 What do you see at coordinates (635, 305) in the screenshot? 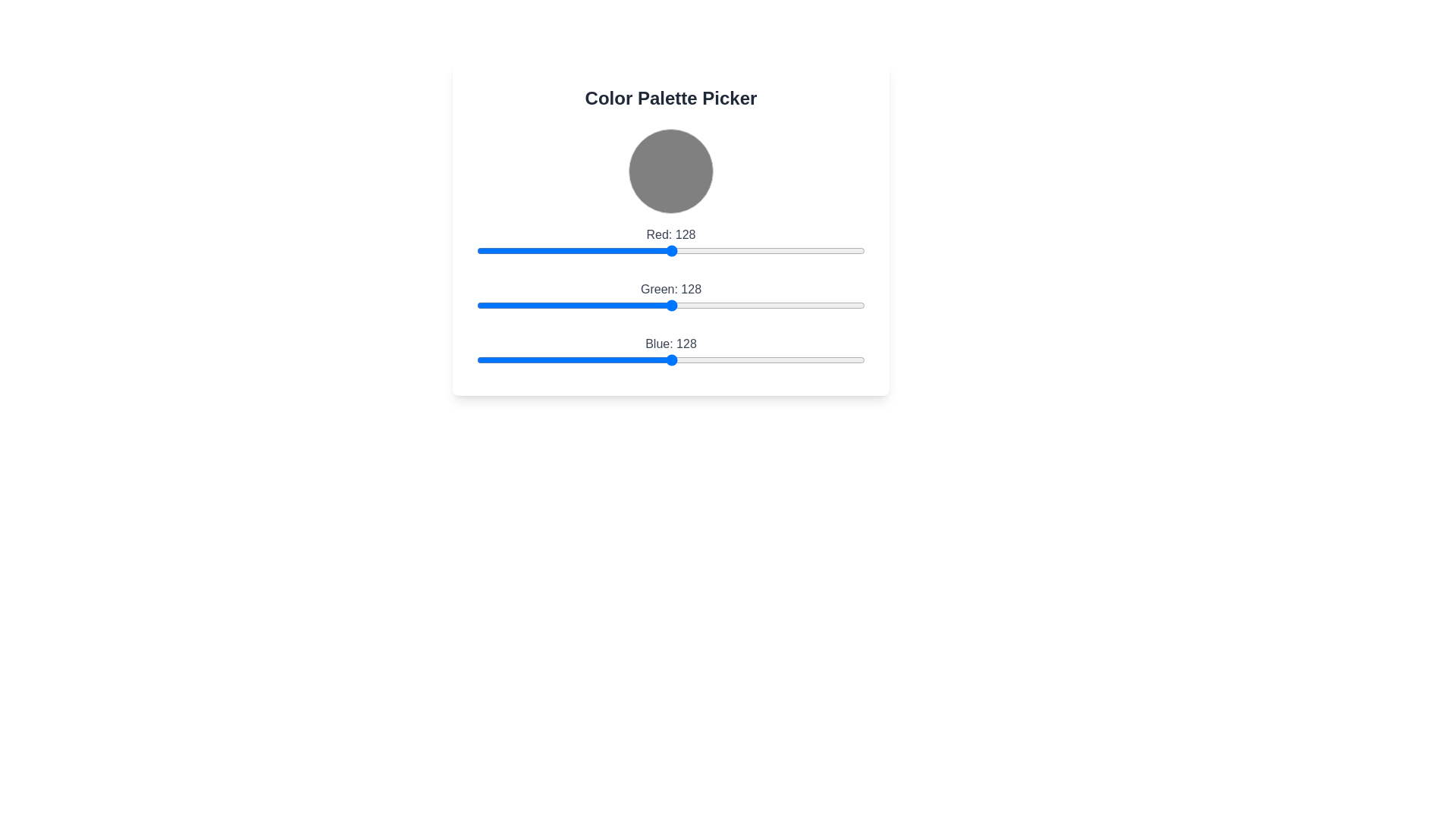
I see `the green value` at bounding box center [635, 305].